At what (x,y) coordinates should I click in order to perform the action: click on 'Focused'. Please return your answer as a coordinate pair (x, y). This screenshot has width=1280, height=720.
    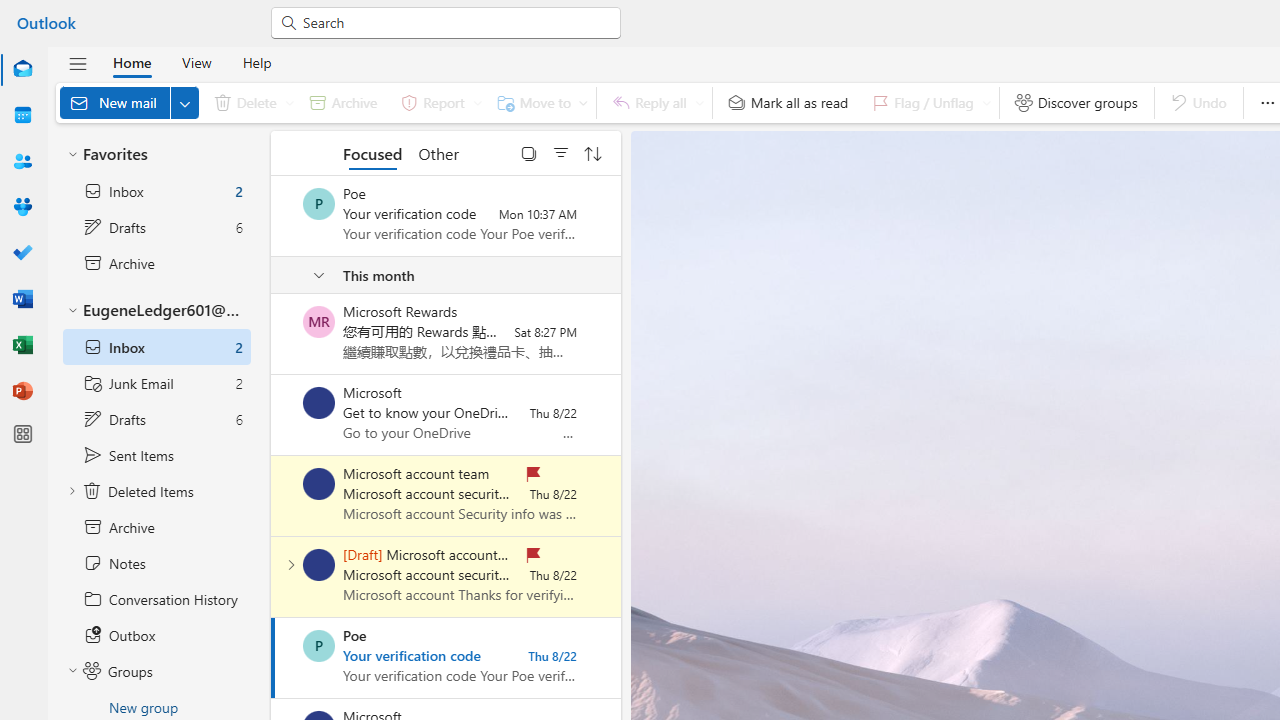
    Looking at the image, I should click on (373, 152).